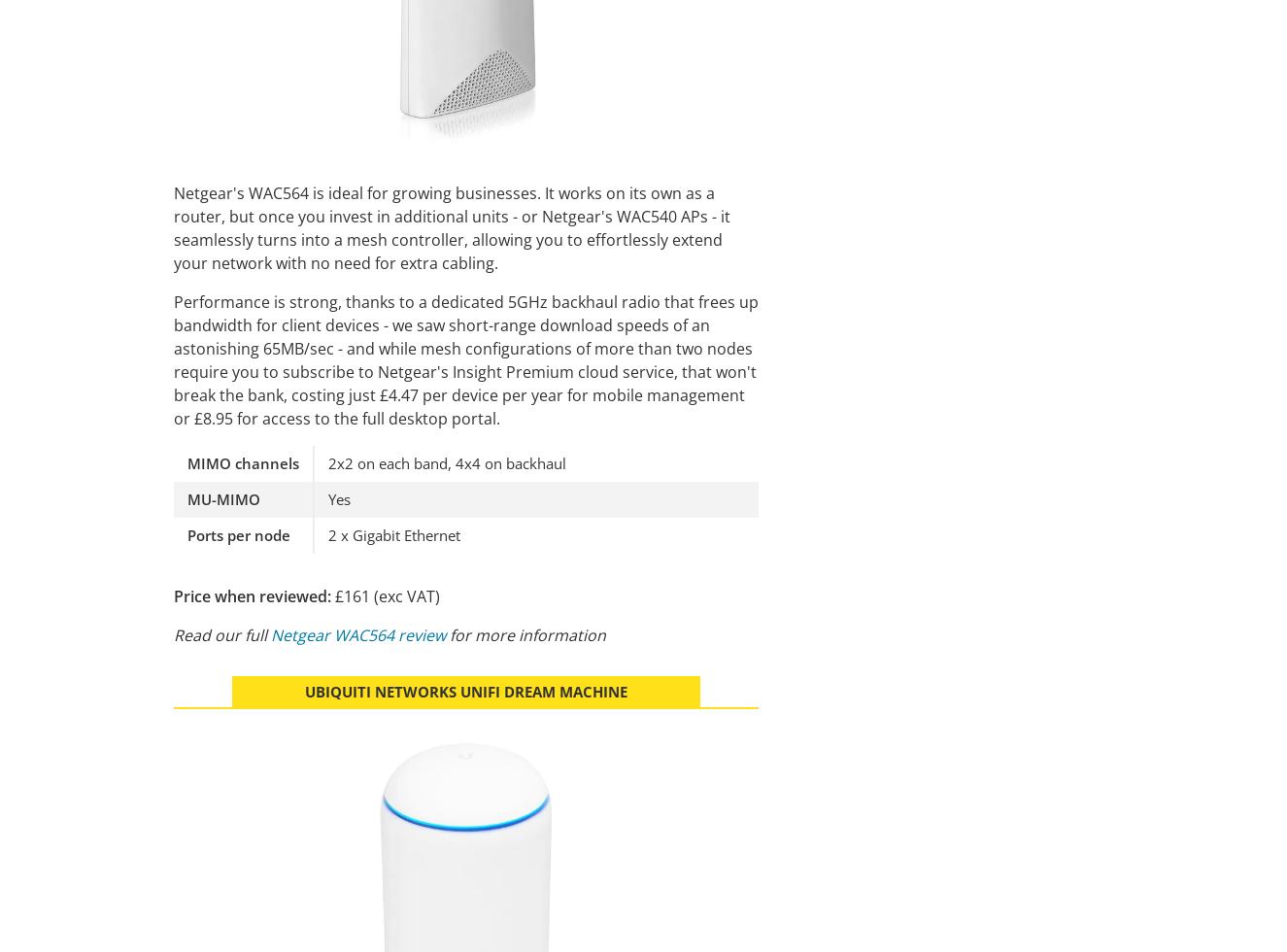  Describe the element at coordinates (338, 498) in the screenshot. I see `'Yes'` at that location.